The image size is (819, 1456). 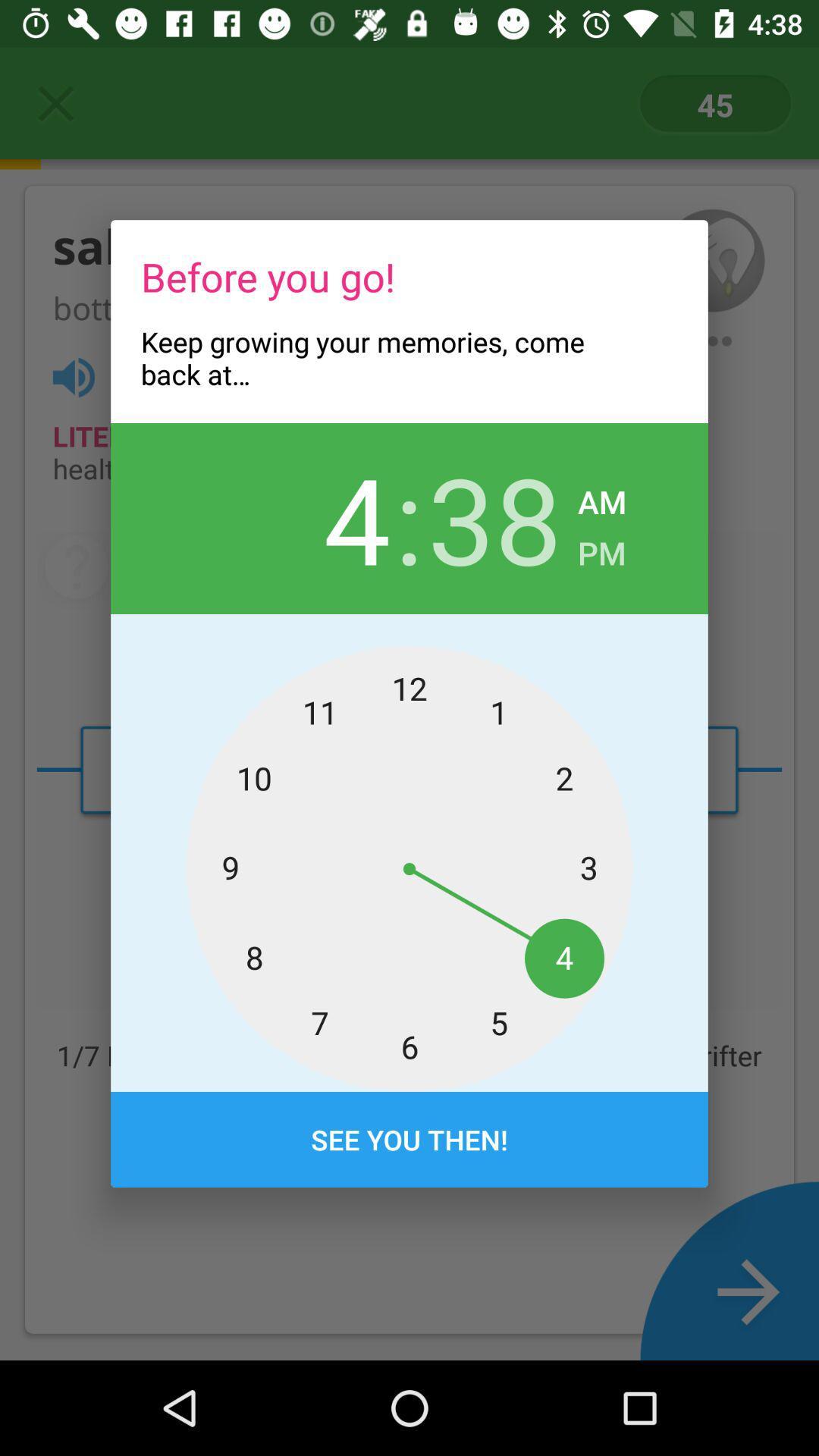 I want to click on the item below the keep growing your item, so click(x=494, y=518).